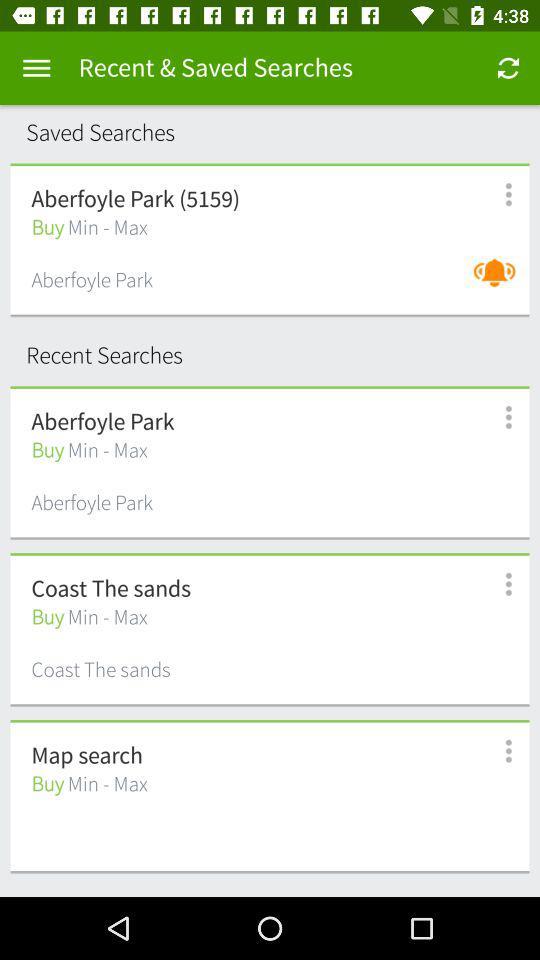 The image size is (540, 960). I want to click on icon next to aberfoyle park item, so click(498, 282).